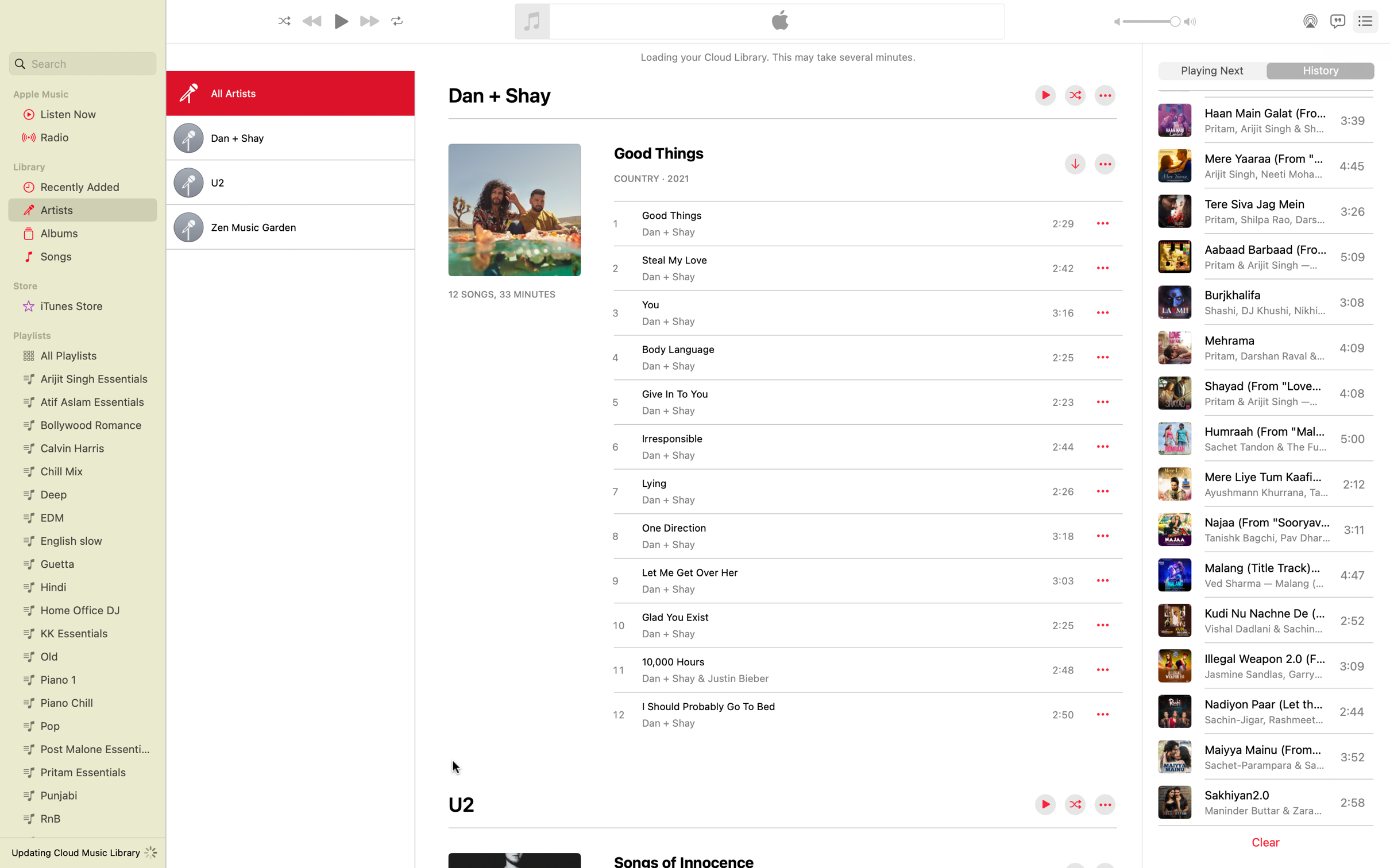 Image resolution: width=1390 pixels, height=868 pixels. I want to click on the more options menu for the song "Good Things, so click(1102, 222).